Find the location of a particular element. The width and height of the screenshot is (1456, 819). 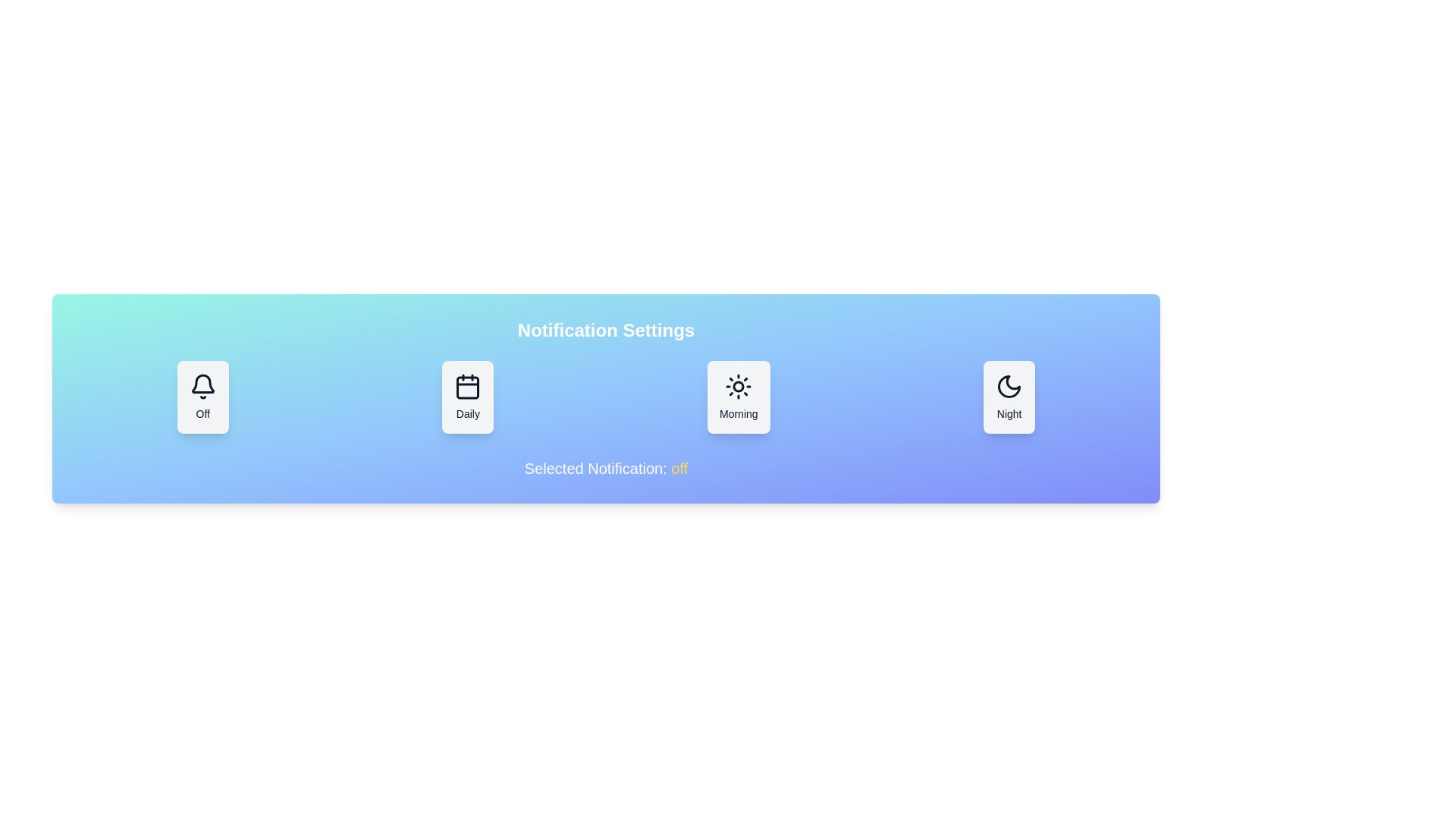

the notification setting to Off is located at coordinates (202, 397).